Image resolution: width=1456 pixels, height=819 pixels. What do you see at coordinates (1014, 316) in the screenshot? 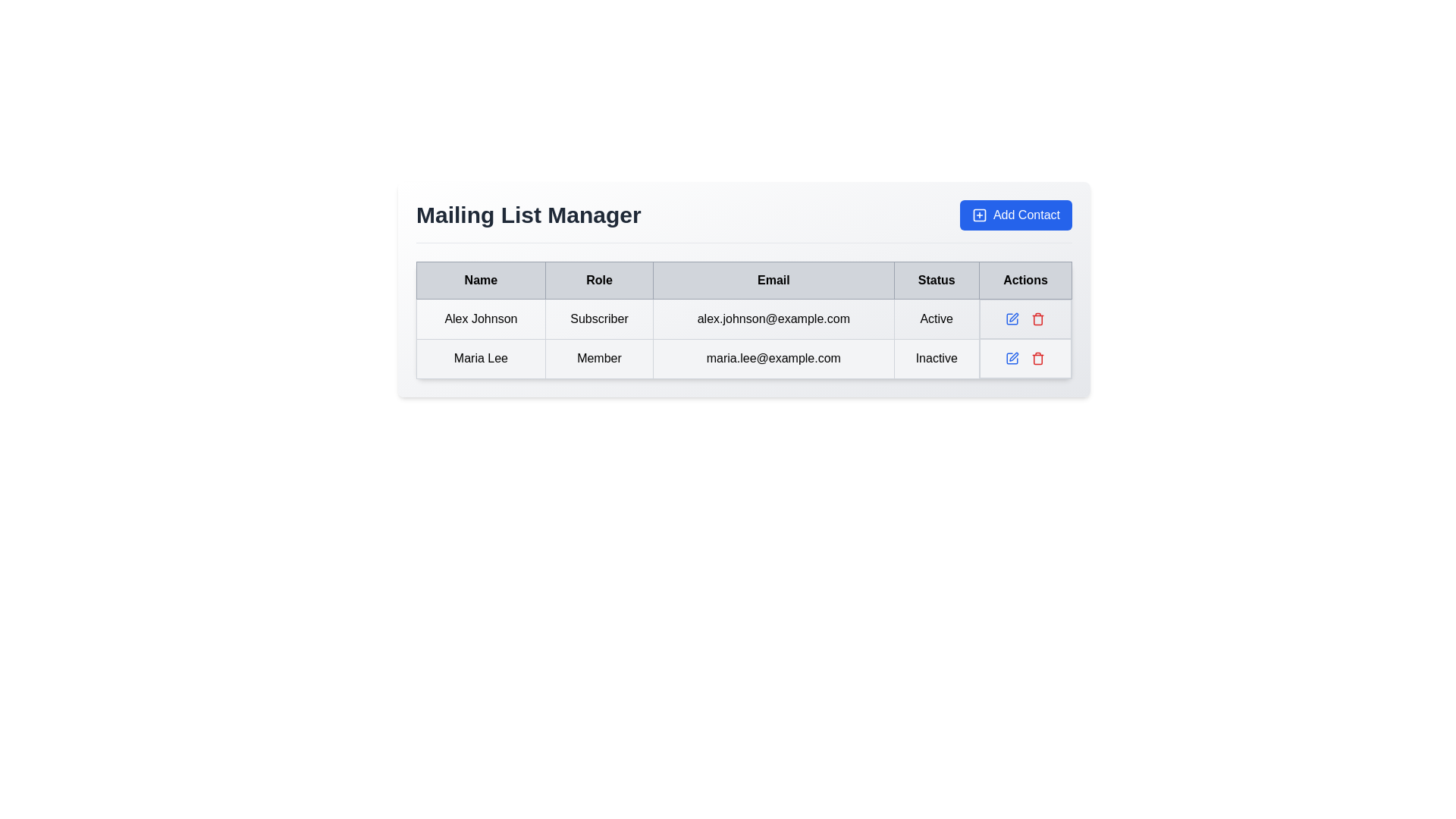
I see `the edit icon, which resembles a pen and is located in the 'Actions' column of the second row, to initiate the editing process` at bounding box center [1014, 316].